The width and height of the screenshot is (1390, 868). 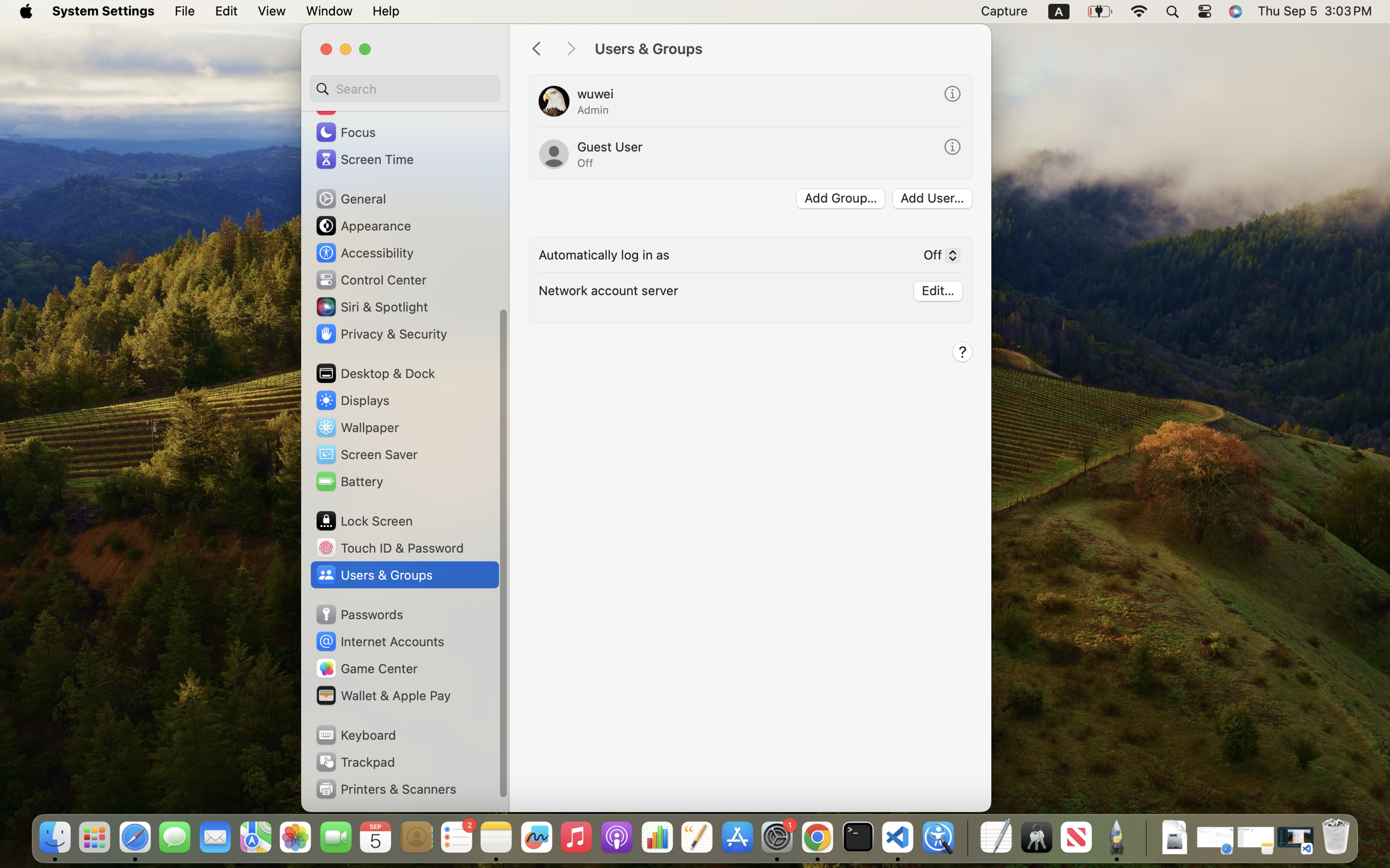 What do you see at coordinates (379, 641) in the screenshot?
I see `'Internet Accounts'` at bounding box center [379, 641].